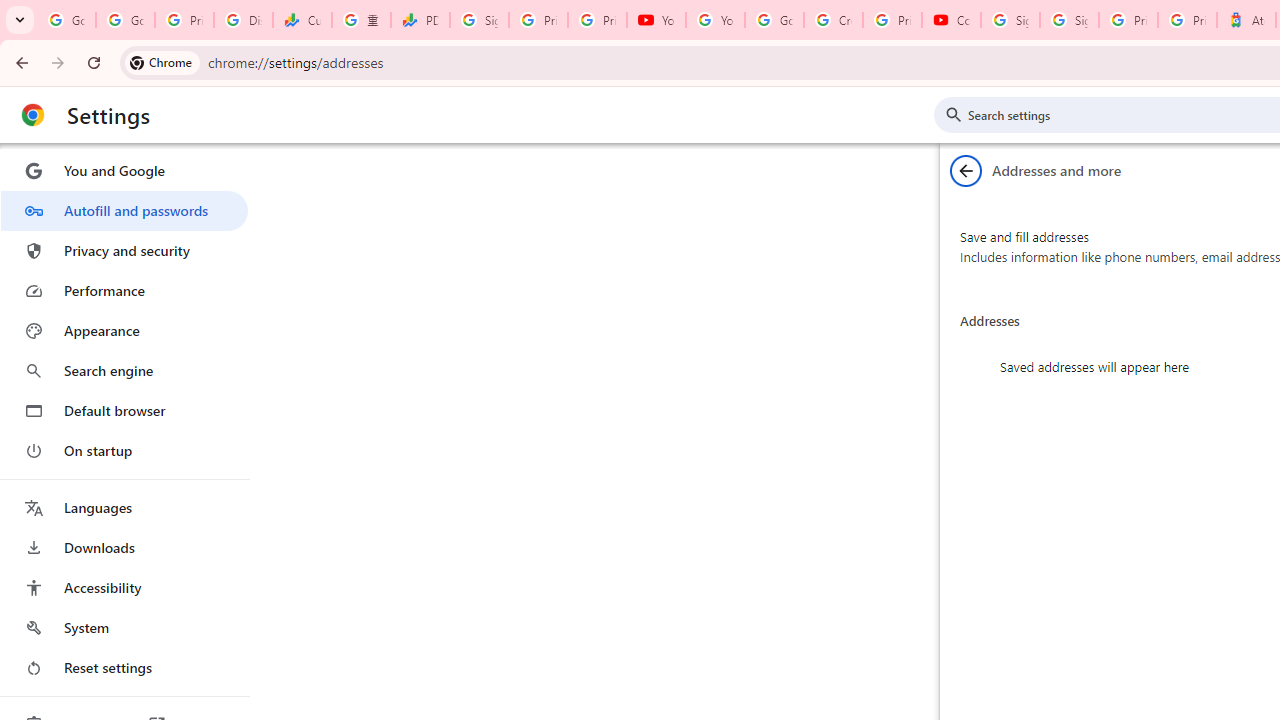 The height and width of the screenshot is (720, 1280). I want to click on 'Languages', so click(123, 506).